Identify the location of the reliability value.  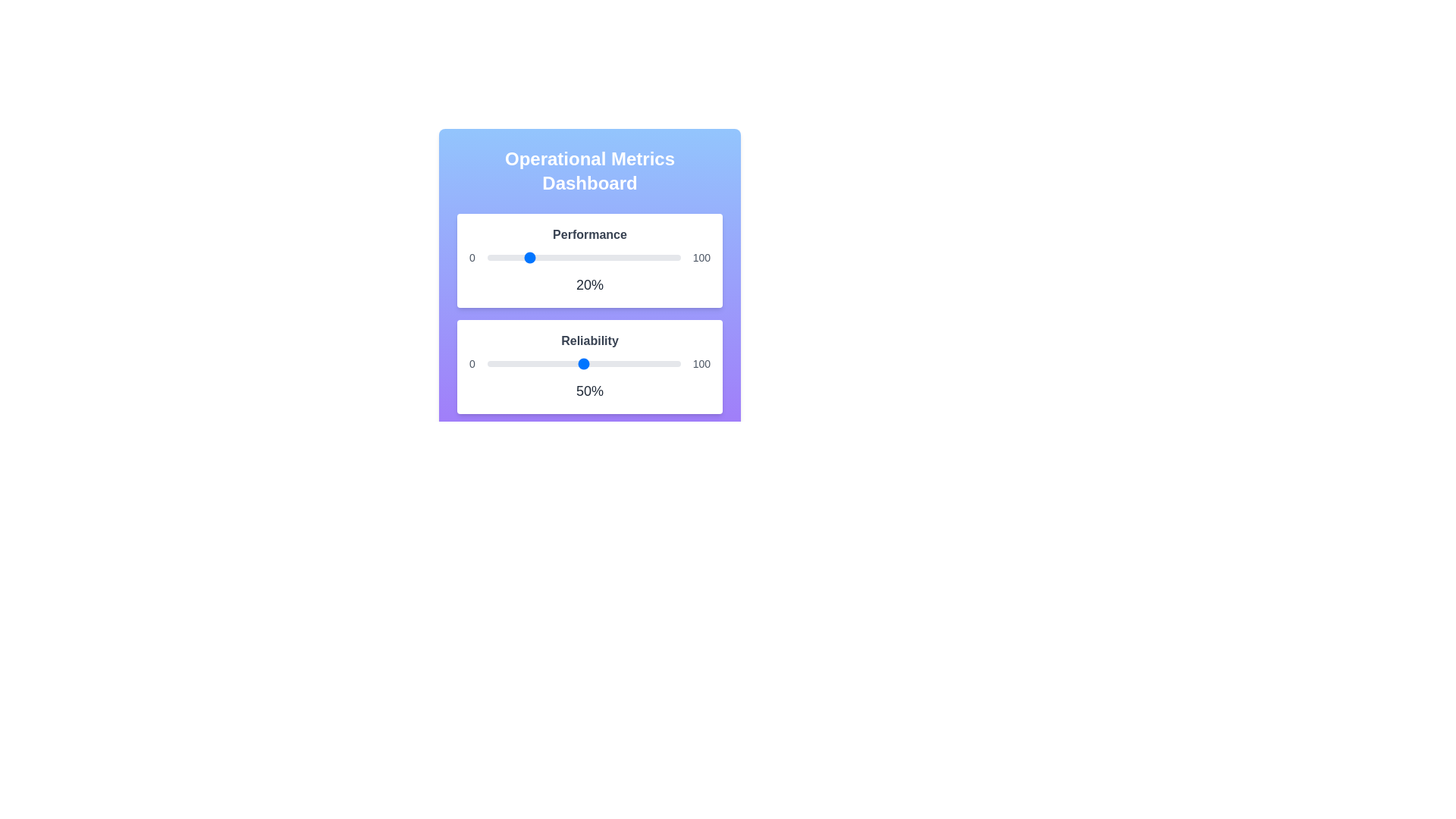
(579, 363).